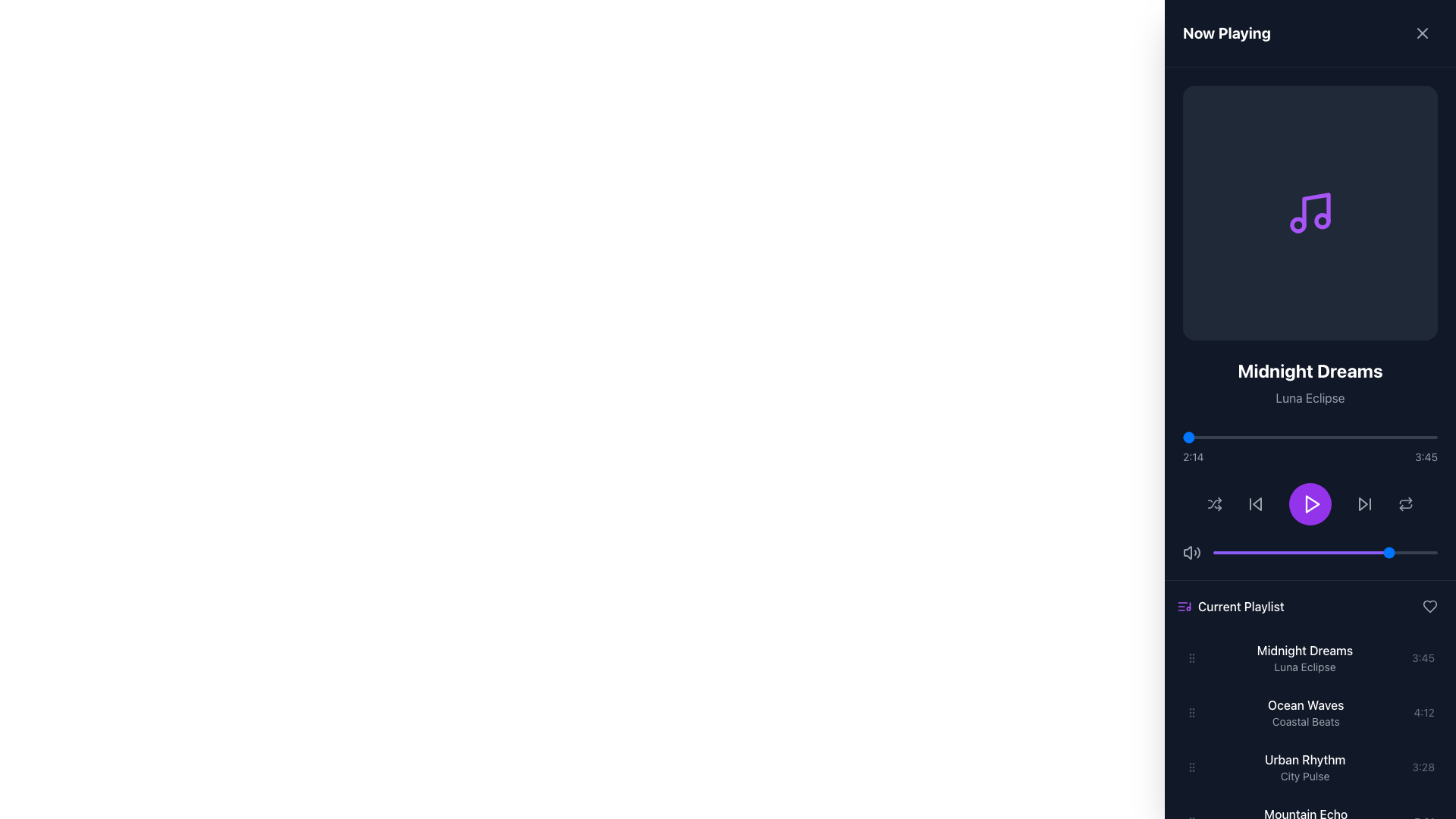  What do you see at coordinates (1310, 444) in the screenshot?
I see `the progress bar located in the central lower portion of the music player interface` at bounding box center [1310, 444].